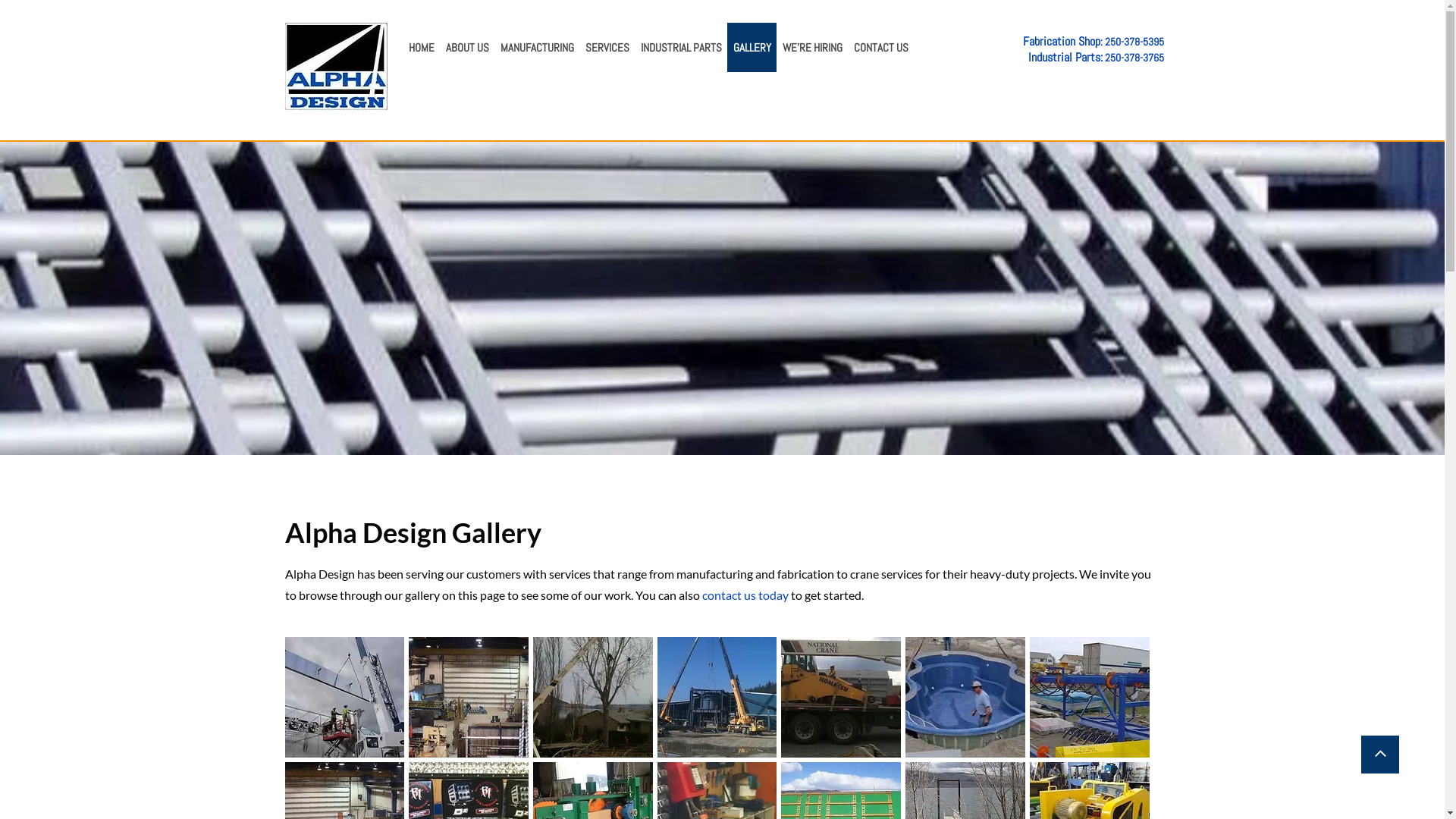 The height and width of the screenshot is (819, 1456). What do you see at coordinates (578, 46) in the screenshot?
I see `'SERVICES'` at bounding box center [578, 46].